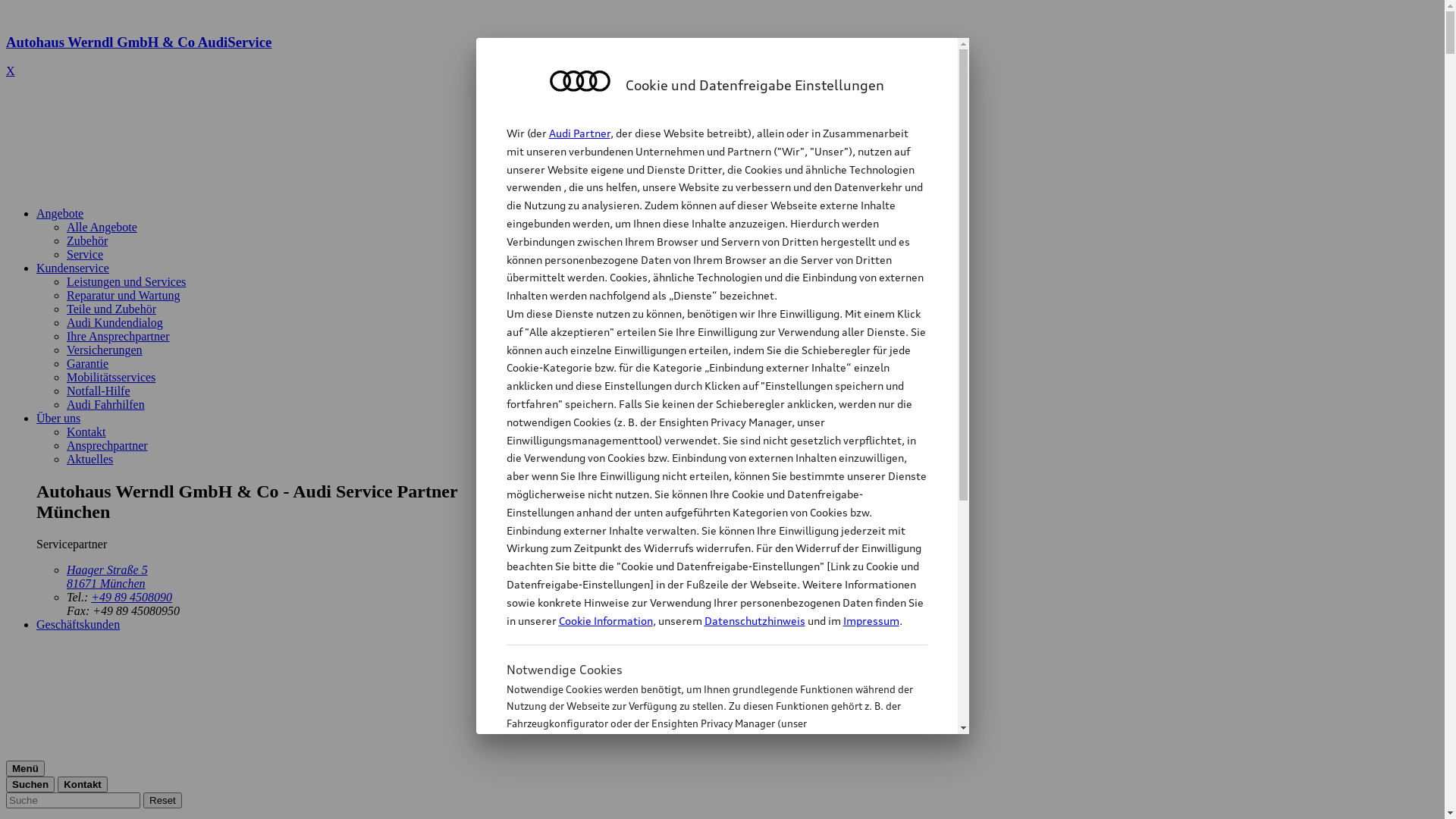 This screenshot has width=1456, height=819. Describe the element at coordinates (557, 620) in the screenshot. I see `'Cookie Information'` at that location.